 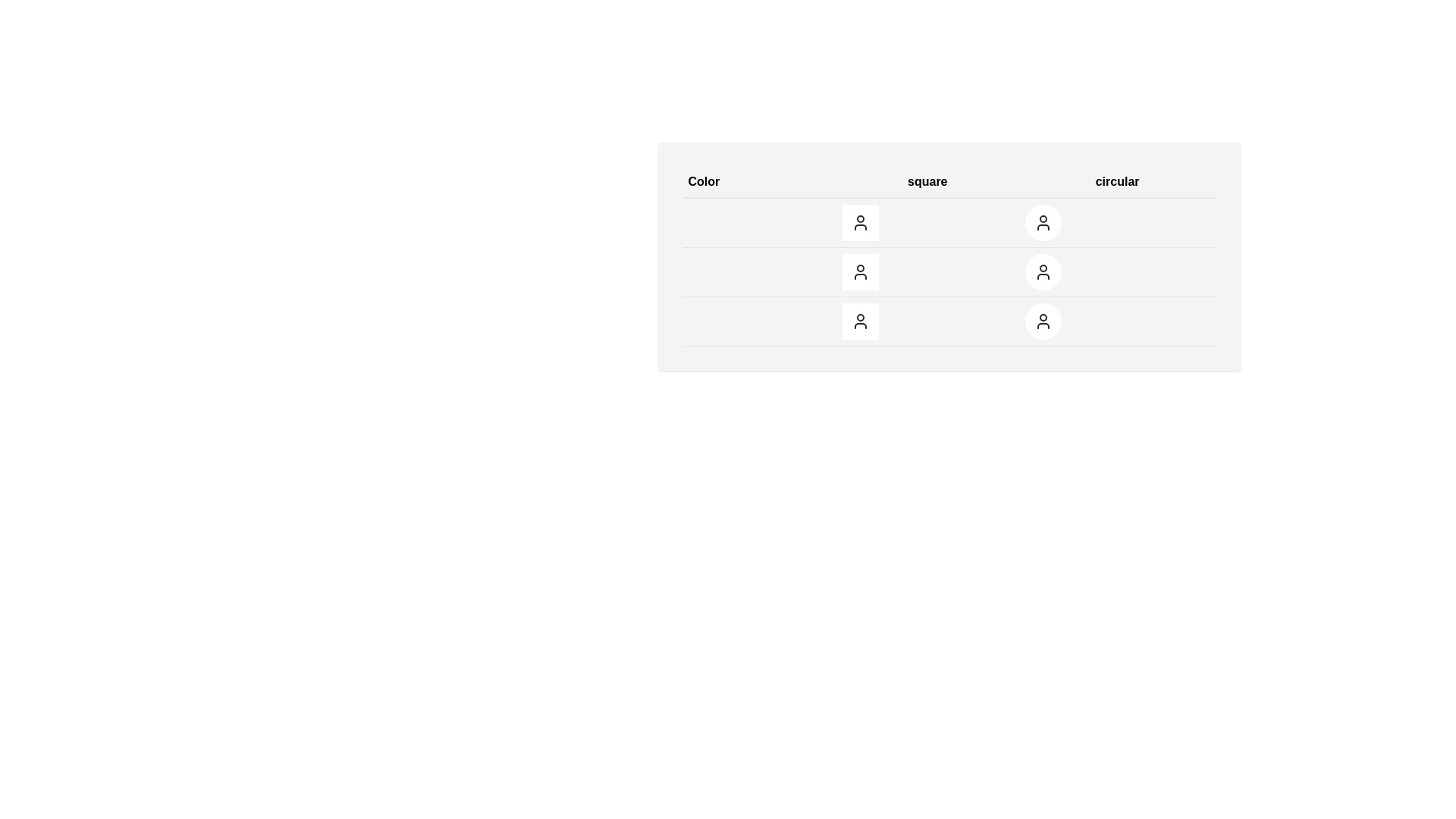 I want to click on the user-related action icon located in the second row of the 'square' column within the table layout, so click(x=860, y=271).